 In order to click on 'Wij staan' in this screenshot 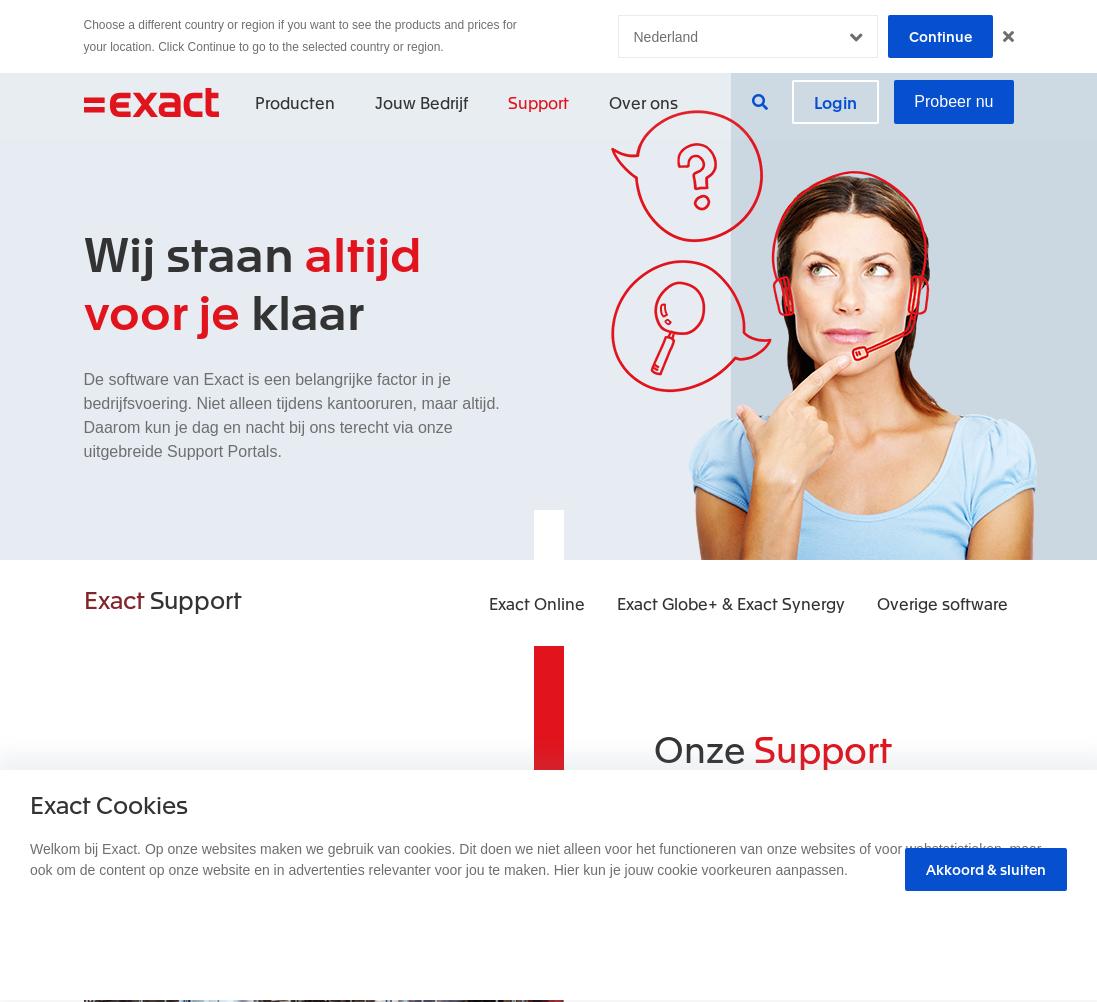, I will do `click(193, 250)`.